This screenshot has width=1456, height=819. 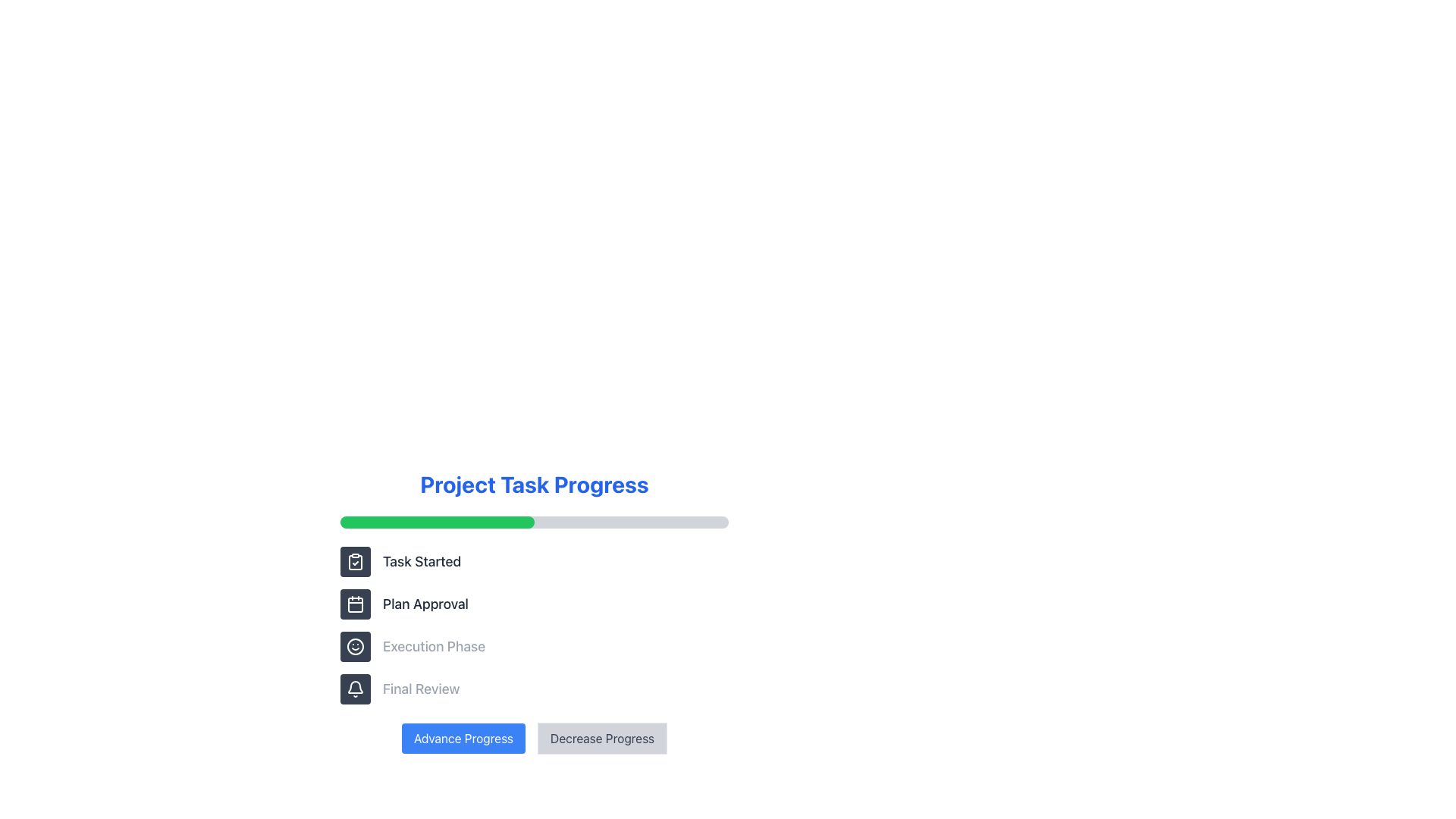 What do you see at coordinates (355, 561) in the screenshot?
I see `the 'Task Started' icon located in the vertical list of task steps on the left part of the layout` at bounding box center [355, 561].